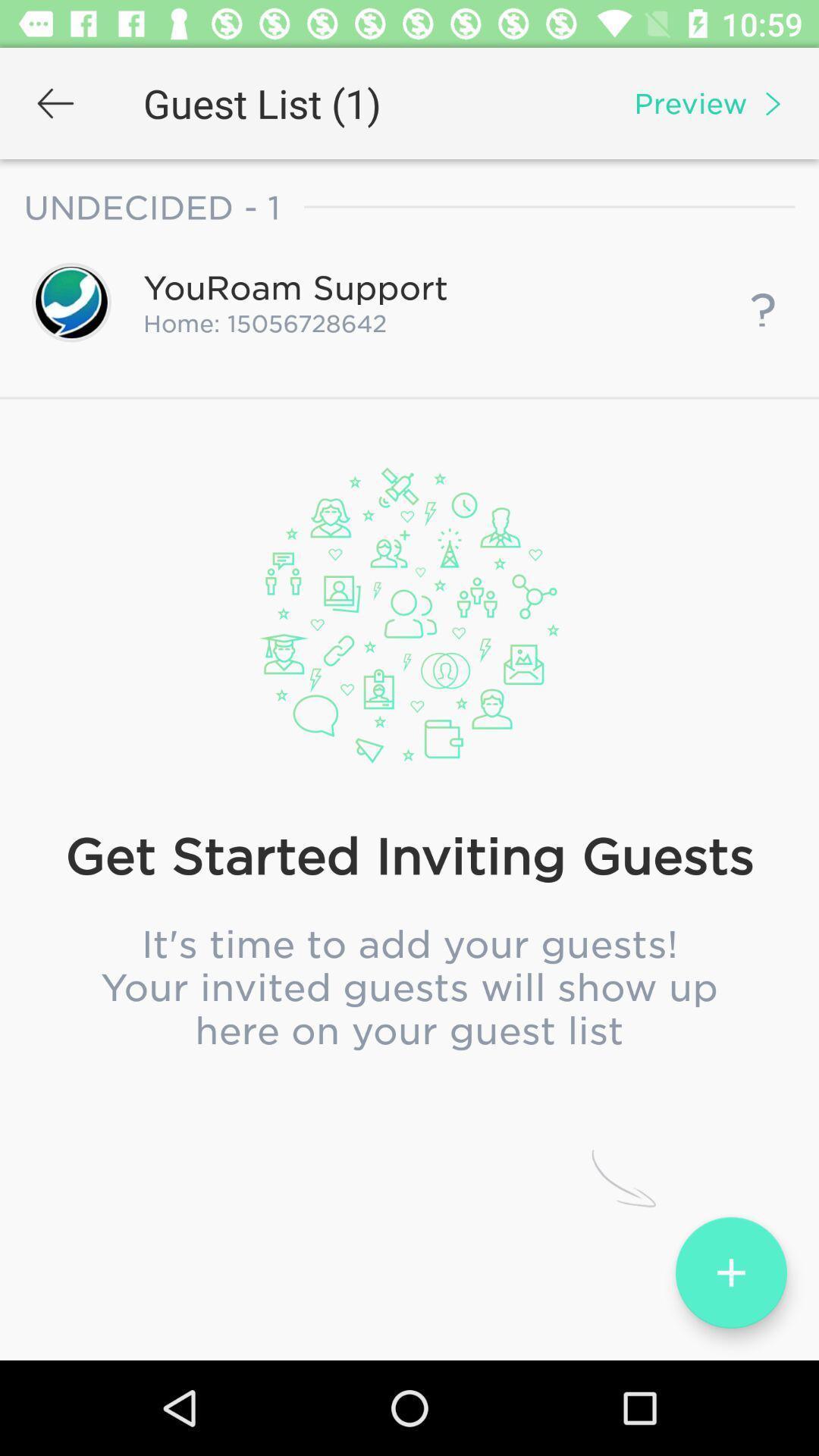  I want to click on more, so click(730, 1272).